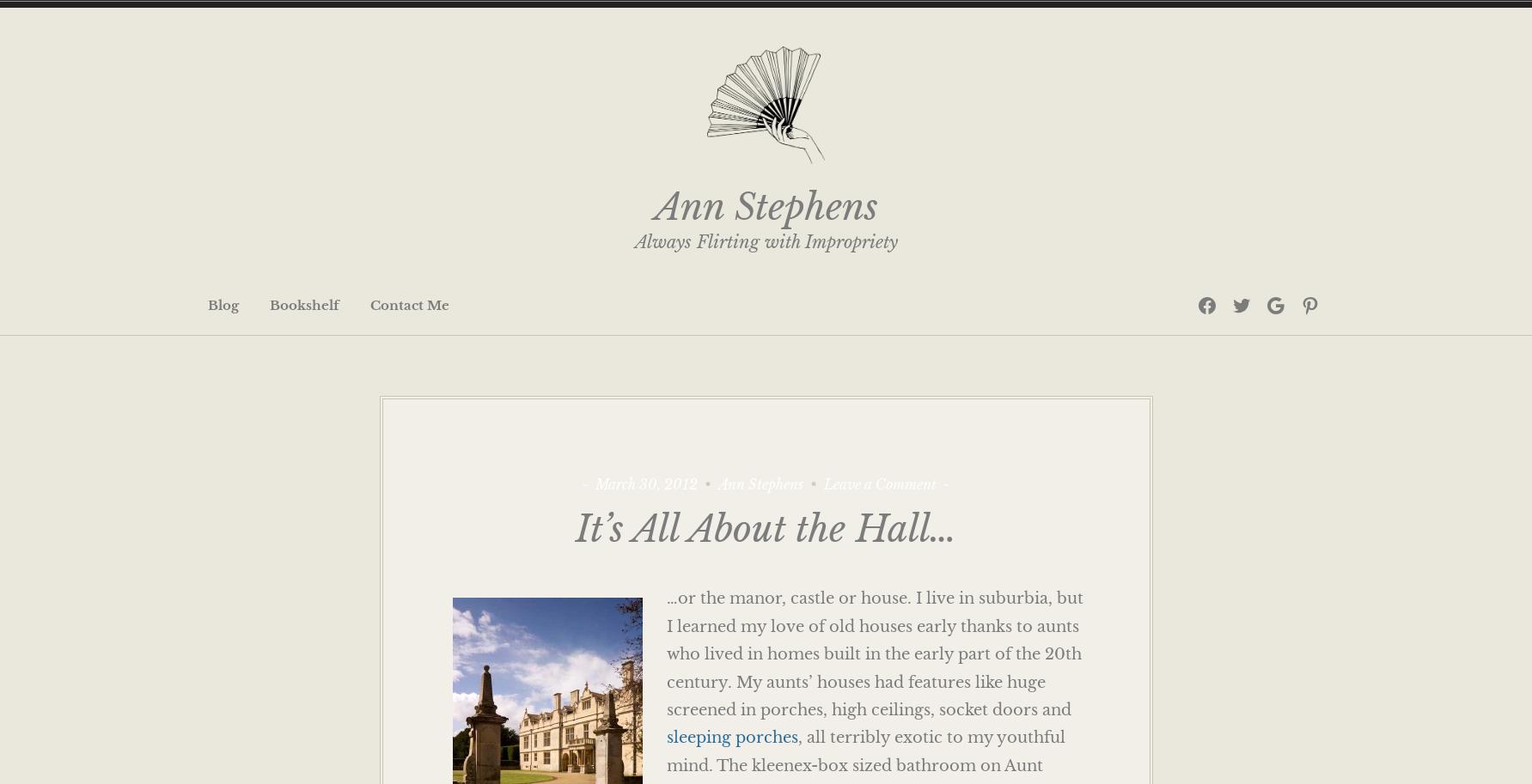 Image resolution: width=1532 pixels, height=784 pixels. What do you see at coordinates (665, 738) in the screenshot?
I see `'sleeping porches'` at bounding box center [665, 738].